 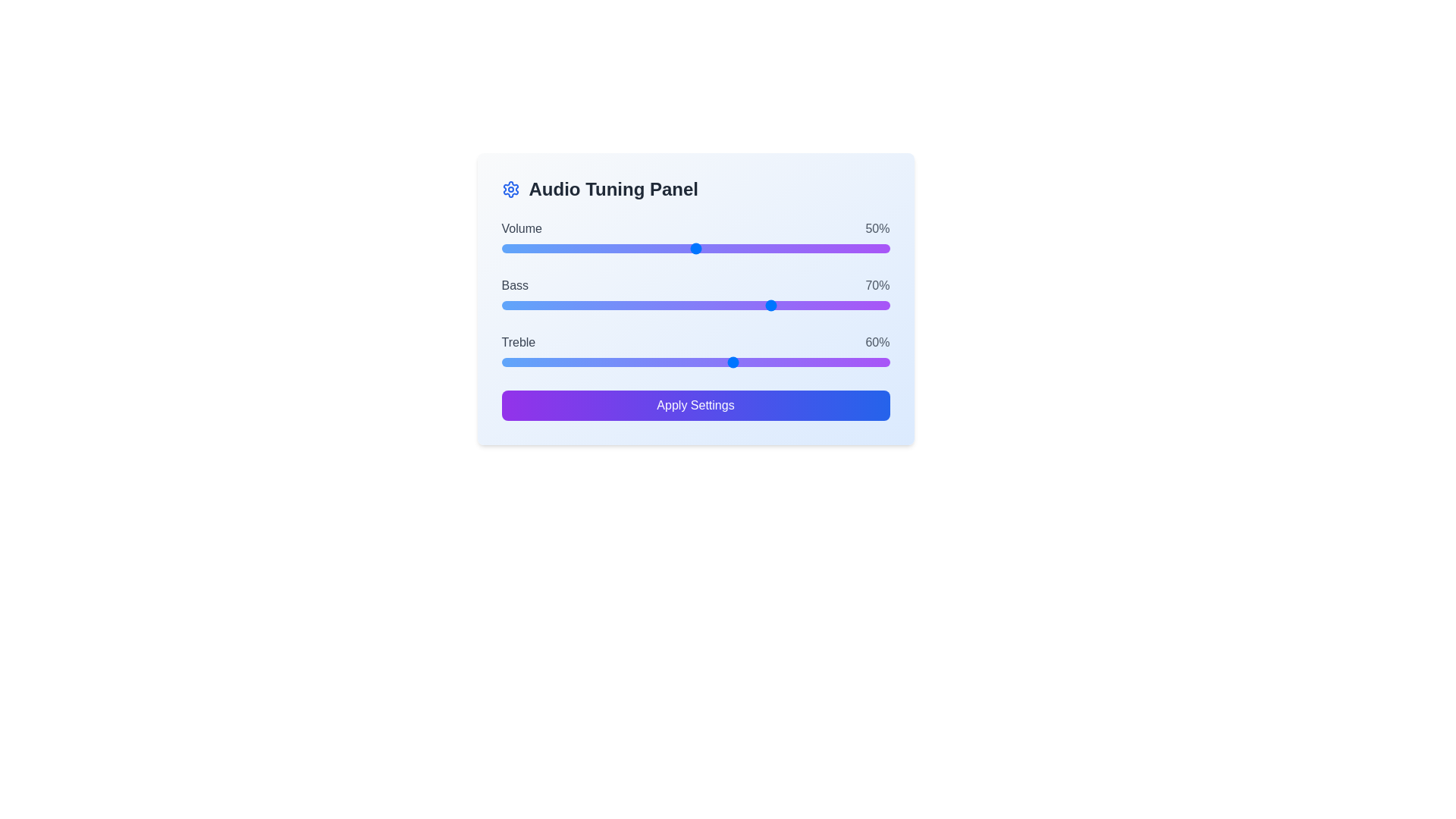 I want to click on the volume slider, so click(x=532, y=247).